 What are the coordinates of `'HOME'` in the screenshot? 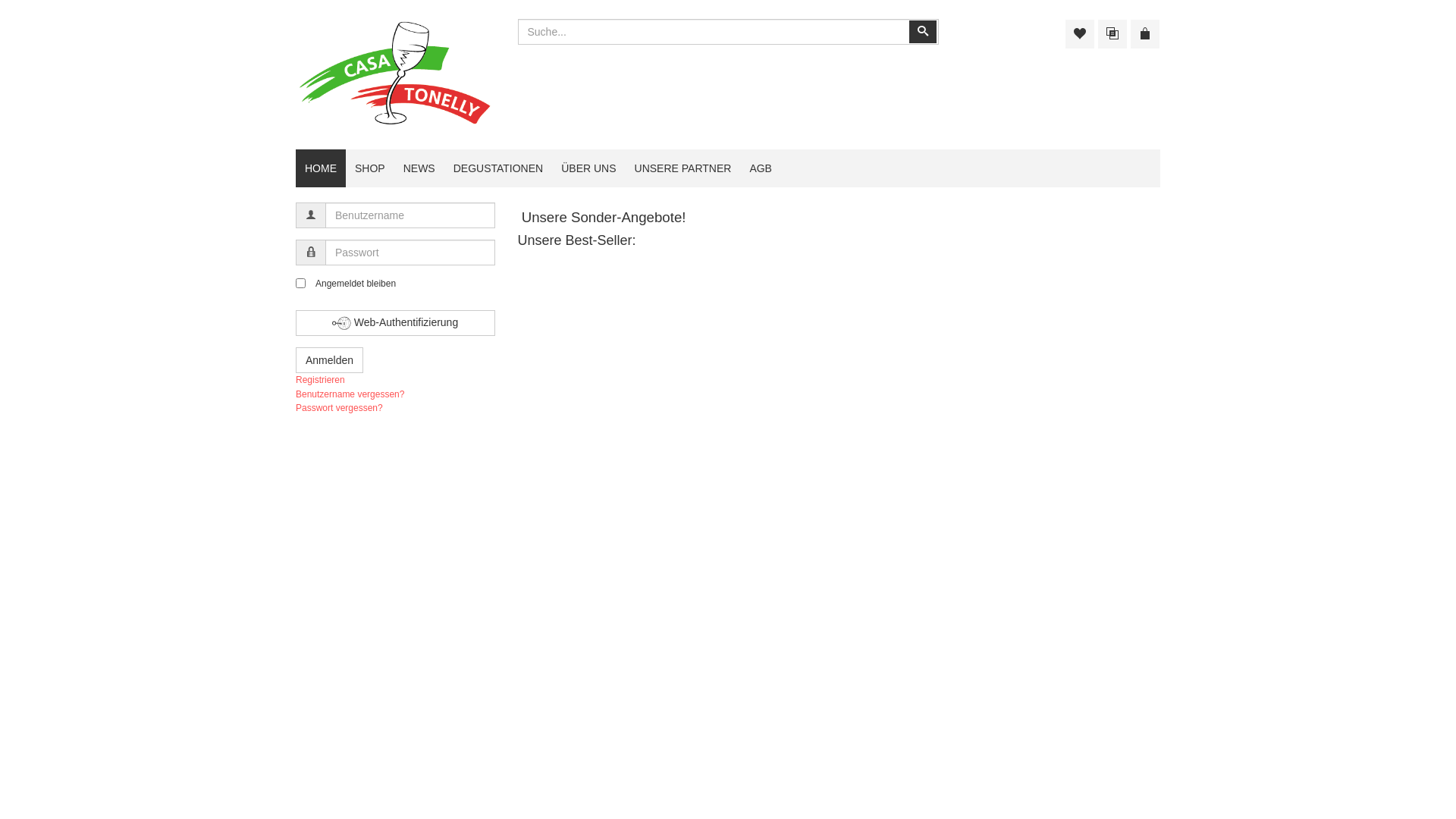 It's located at (319, 168).